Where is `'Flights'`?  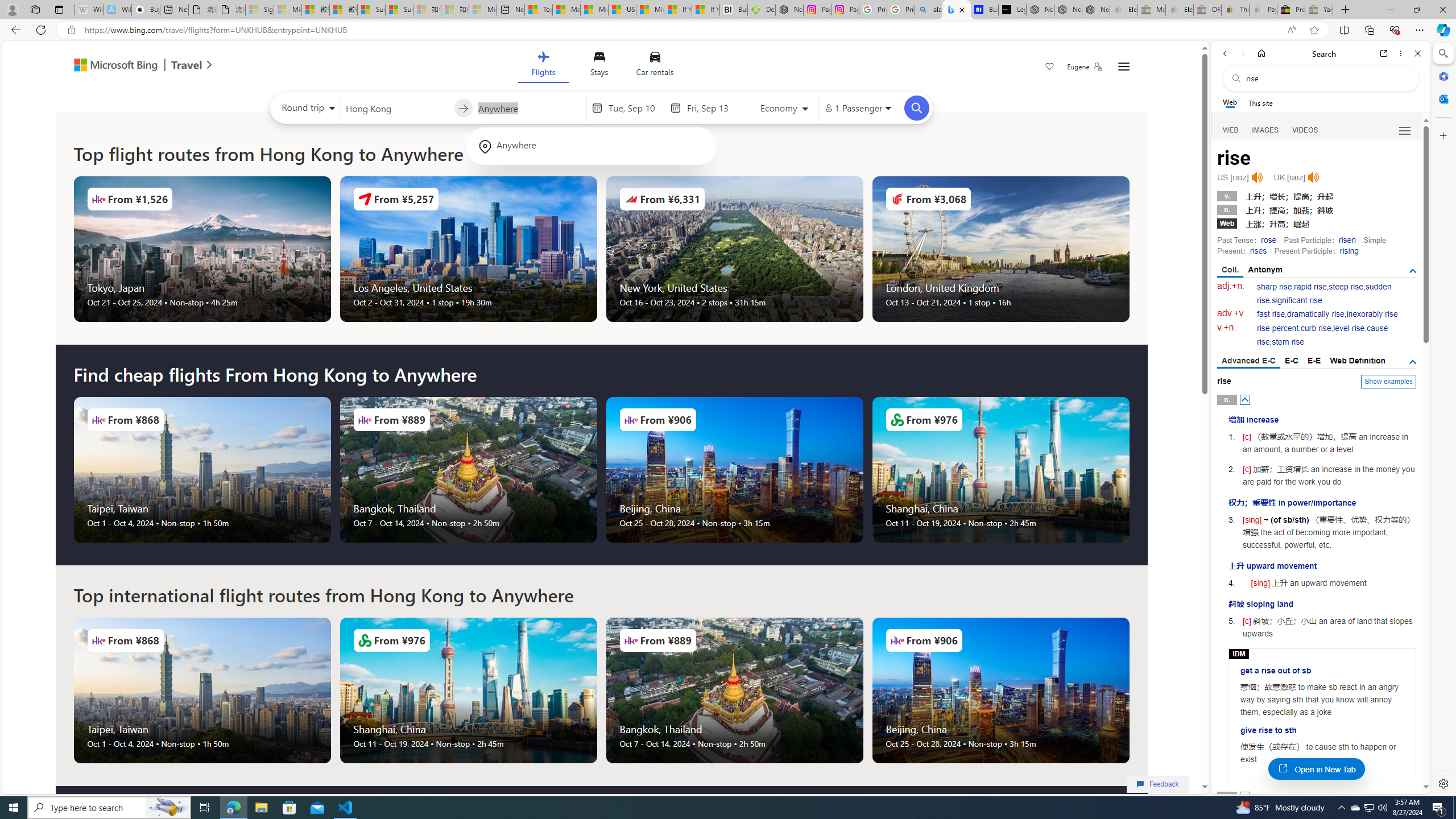
'Flights' is located at coordinates (542, 65).